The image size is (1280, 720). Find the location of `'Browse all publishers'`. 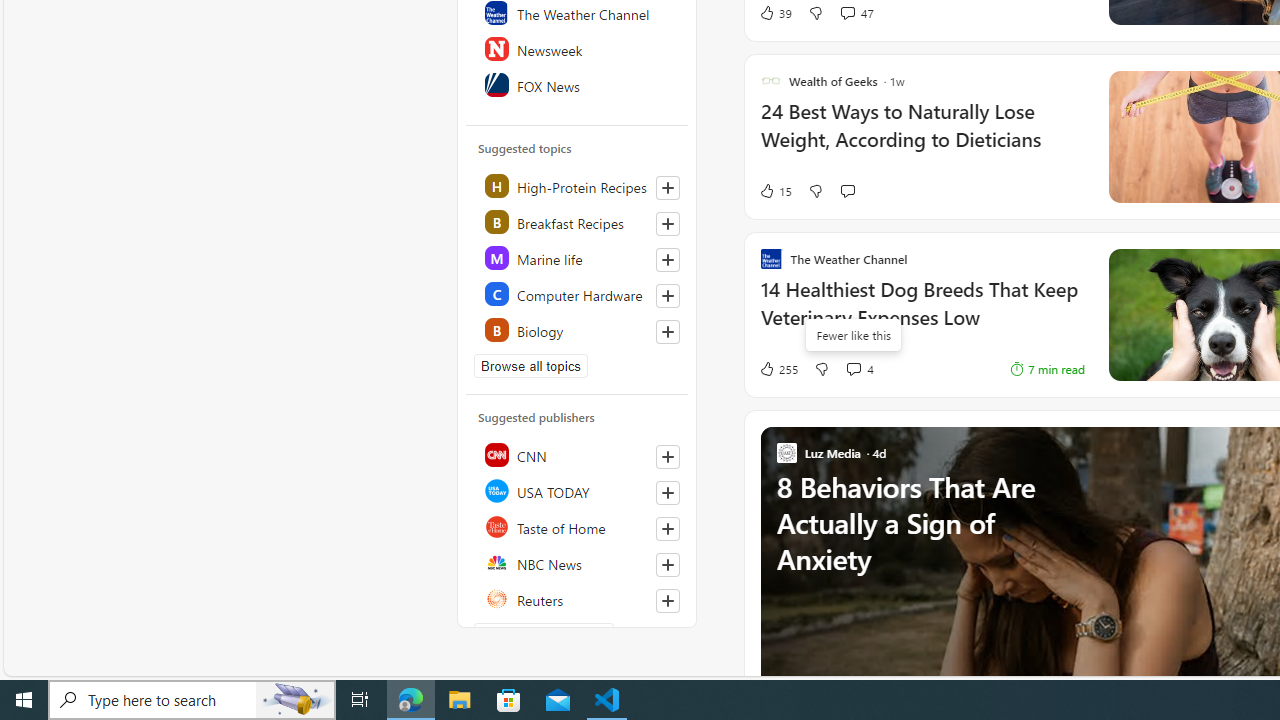

'Browse all publishers' is located at coordinates (544, 635).